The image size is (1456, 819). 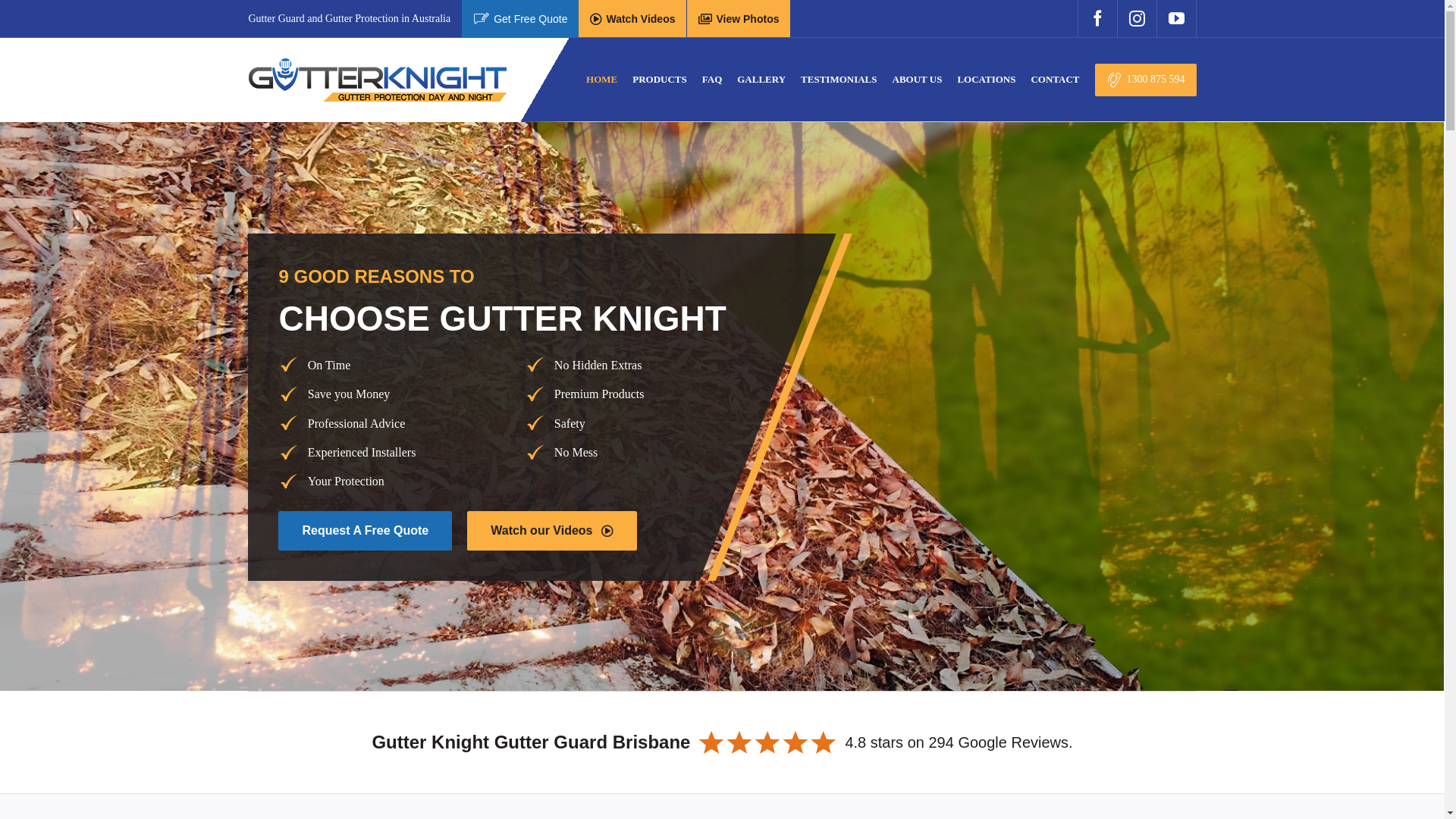 I want to click on 'TESTIMONIALS', so click(x=800, y=79).